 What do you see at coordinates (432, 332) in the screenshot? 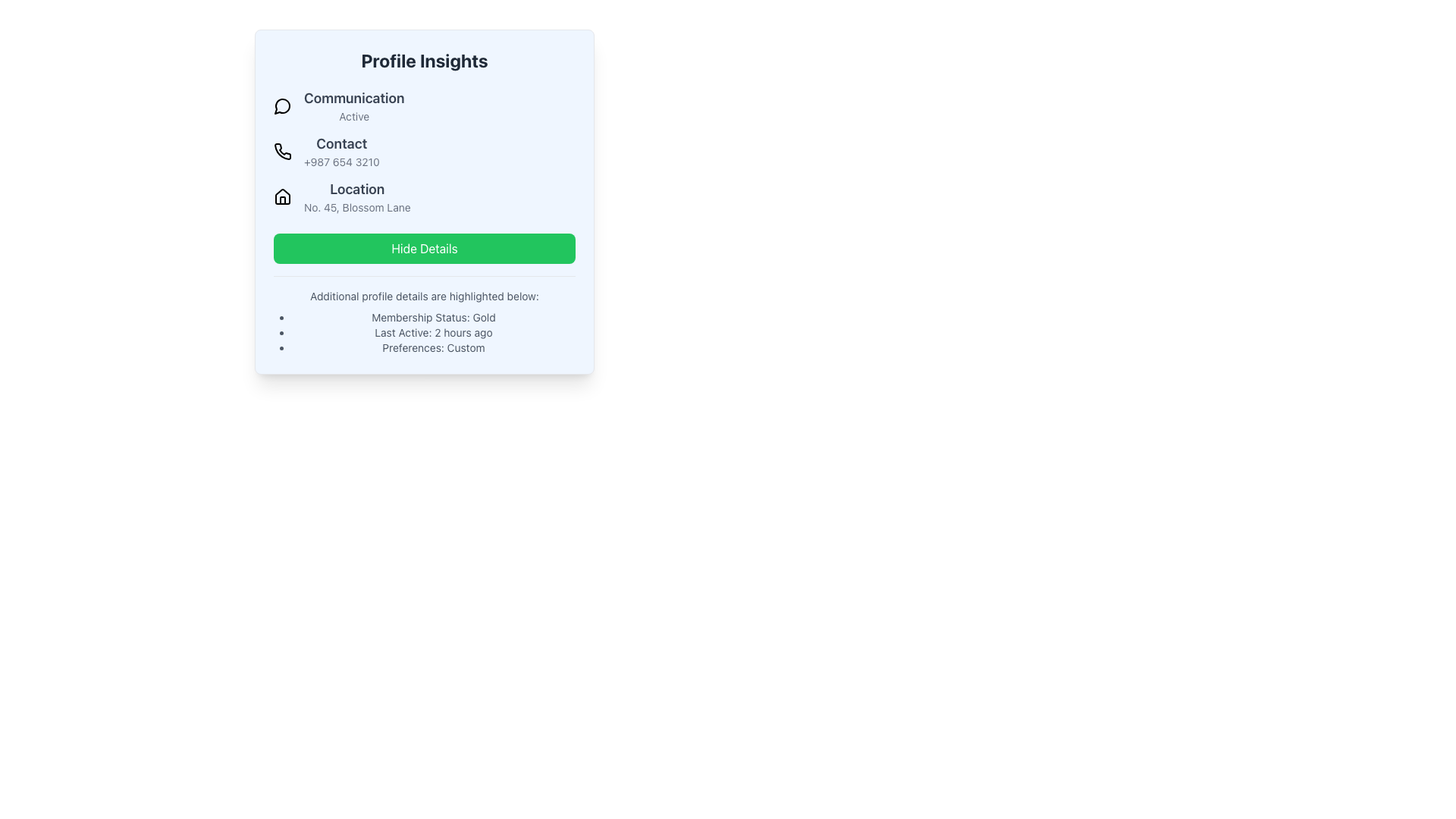
I see `the informative text that displays the last activity time of a user, located in the bulleted list beneath the header 'Additional profile details are highlighted below:', specifically the second item between 'Membership Status: Gold' and 'Preferences: Custom'` at bounding box center [432, 332].